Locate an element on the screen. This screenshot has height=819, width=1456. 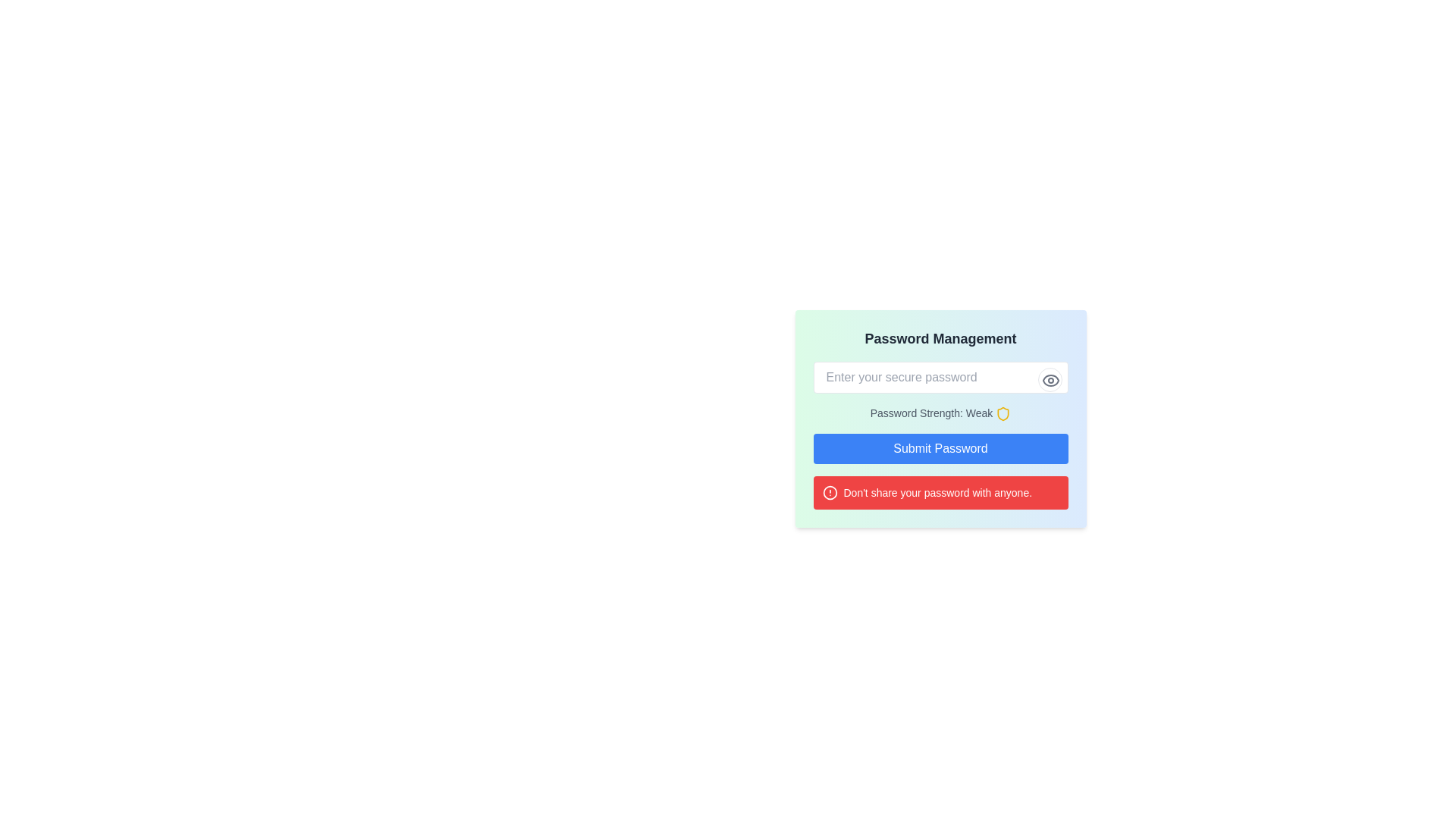
the Circle graphic component within the SVG that is part of the error notification area in the password management dialog is located at coordinates (829, 493).